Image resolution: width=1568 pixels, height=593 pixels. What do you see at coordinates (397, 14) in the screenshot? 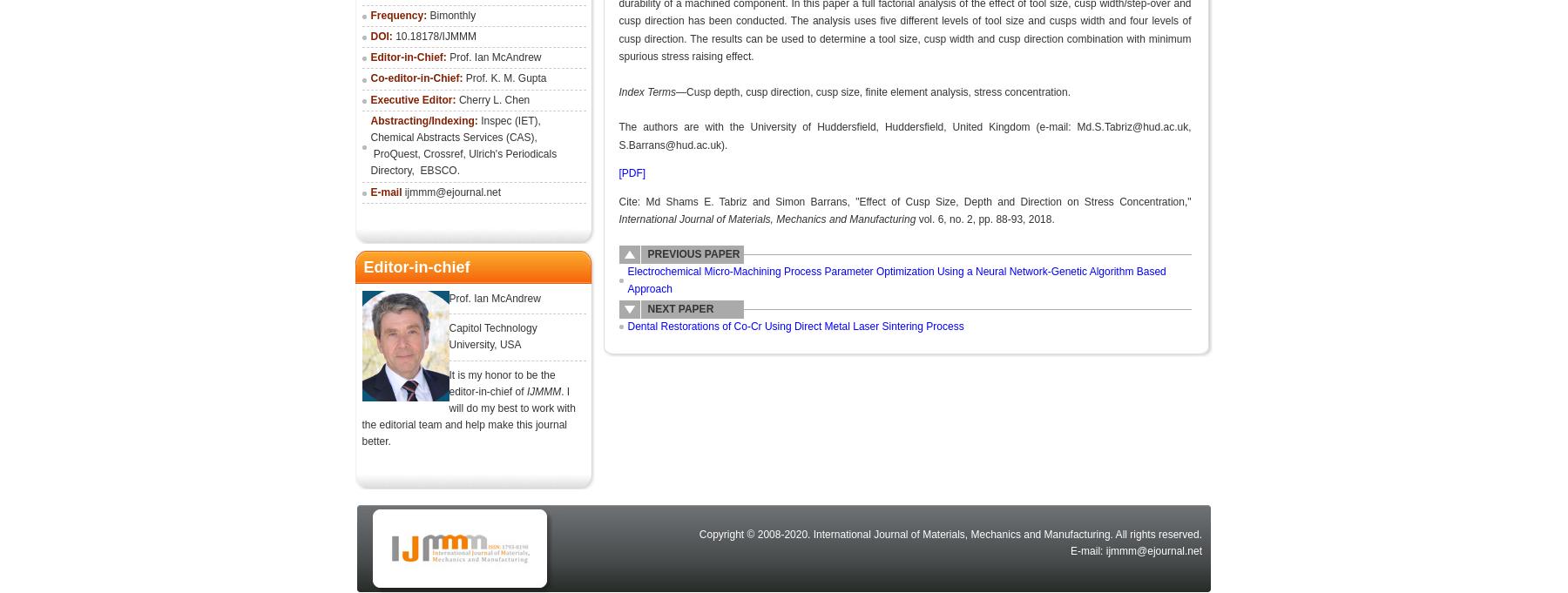
I see `'Frequency:'` at bounding box center [397, 14].